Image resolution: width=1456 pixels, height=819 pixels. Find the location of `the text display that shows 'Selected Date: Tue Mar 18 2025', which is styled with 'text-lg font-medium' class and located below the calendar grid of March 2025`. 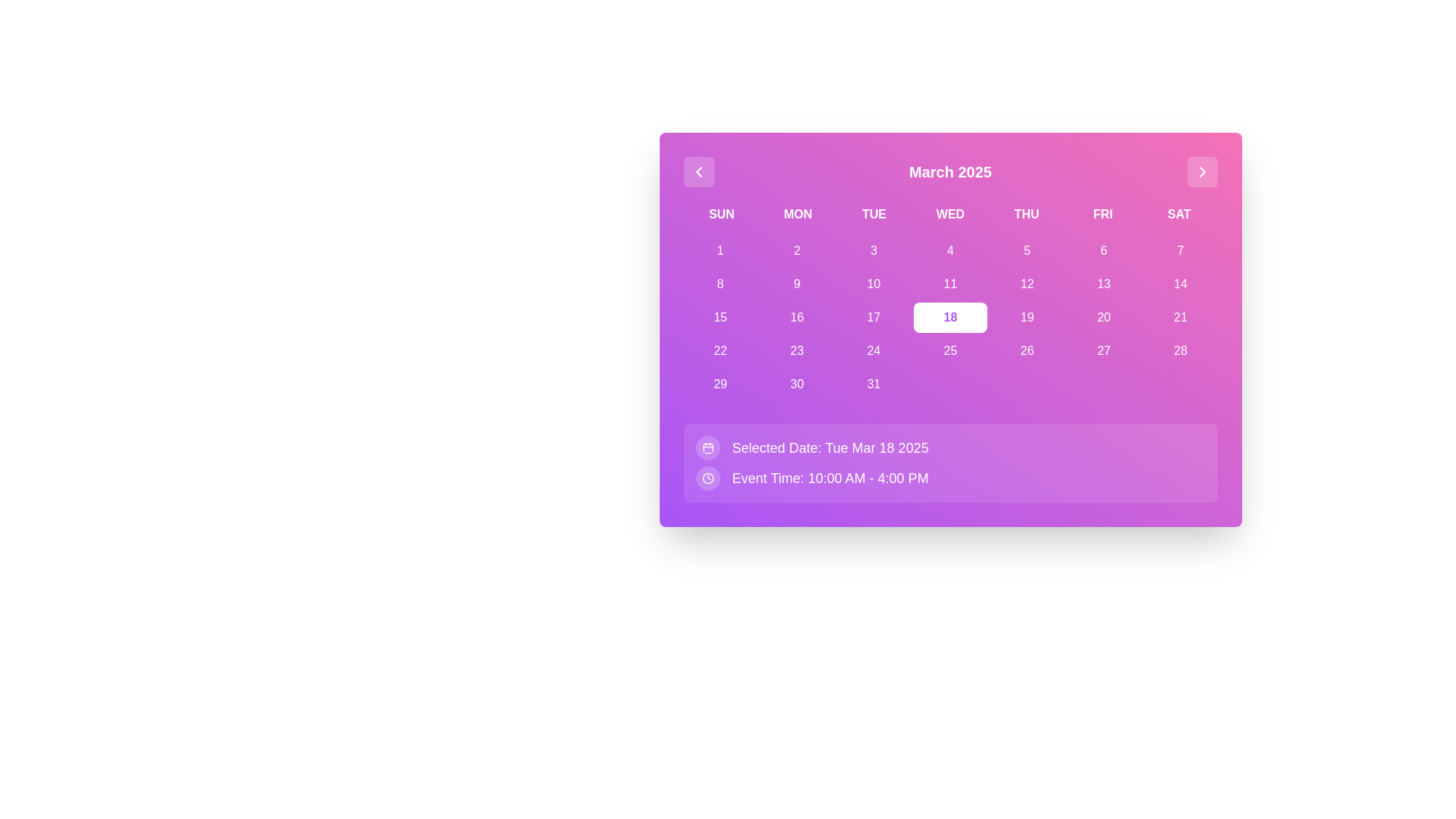

the text display that shows 'Selected Date: Tue Mar 18 2025', which is styled with 'text-lg font-medium' class and located below the calendar grid of March 2025 is located at coordinates (830, 447).